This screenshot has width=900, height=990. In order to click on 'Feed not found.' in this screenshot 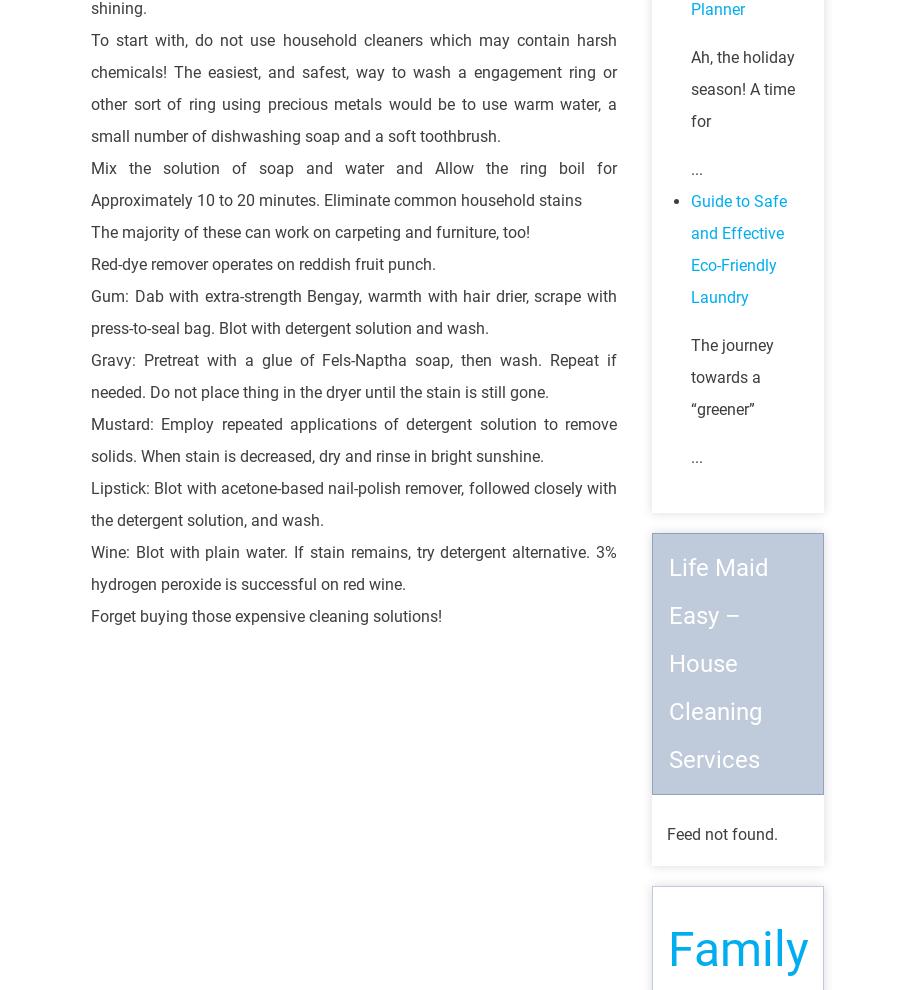, I will do `click(721, 833)`.